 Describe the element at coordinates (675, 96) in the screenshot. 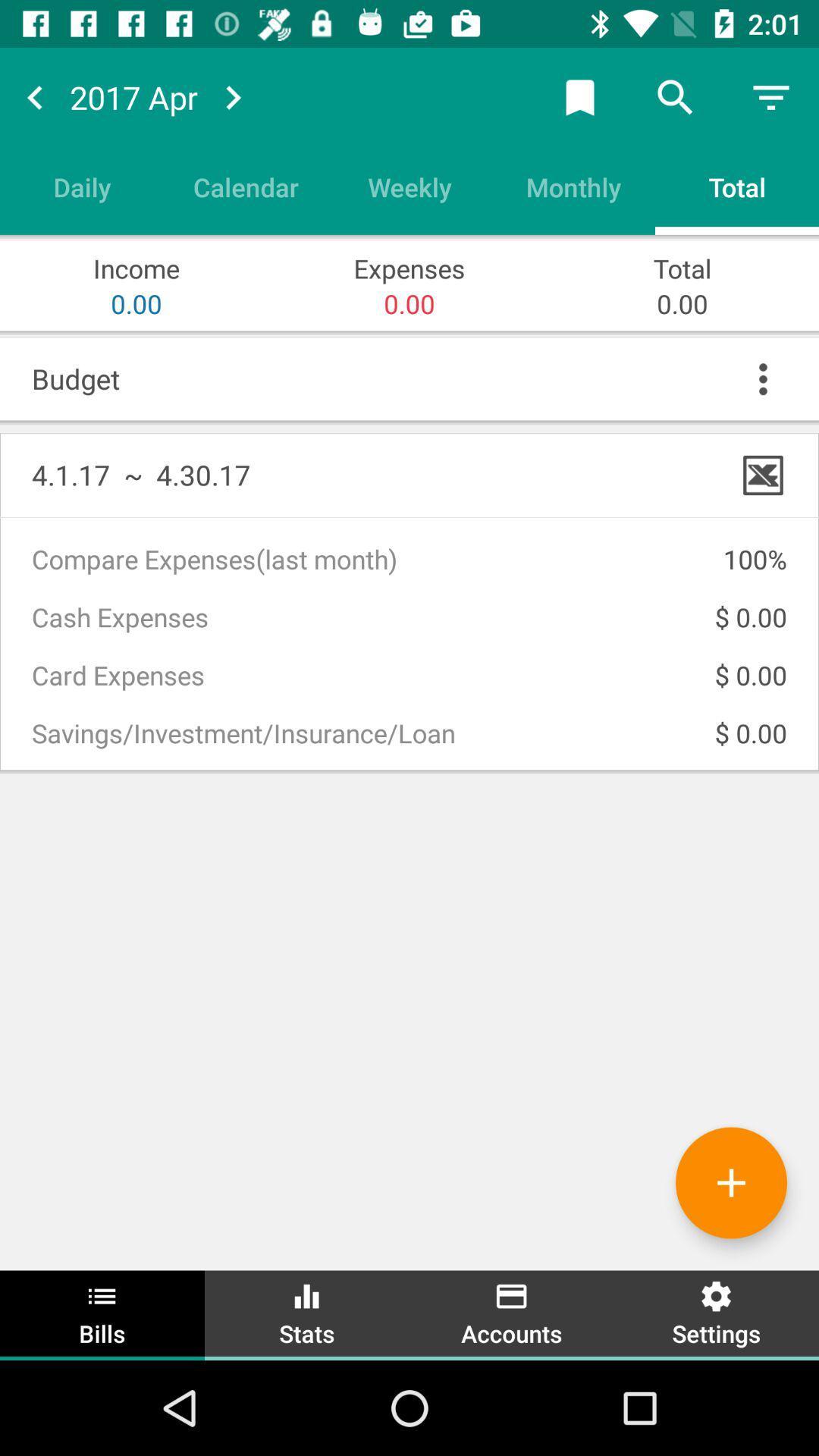

I see `the search icon` at that location.